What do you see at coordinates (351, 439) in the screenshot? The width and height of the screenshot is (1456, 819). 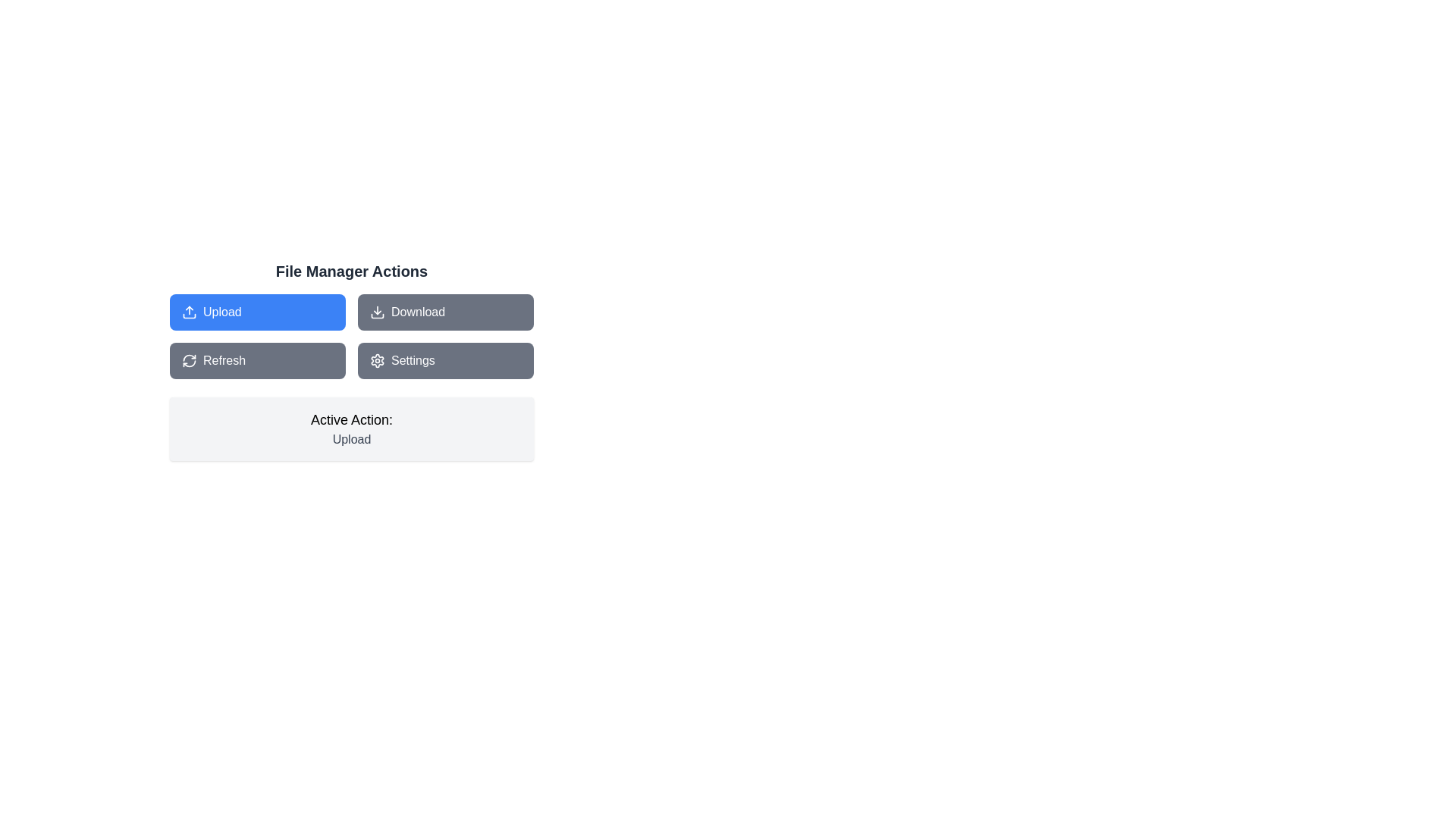 I see `the 'Upload' text label, which is located below the 'Active Action:' label in a pale gray box` at bounding box center [351, 439].